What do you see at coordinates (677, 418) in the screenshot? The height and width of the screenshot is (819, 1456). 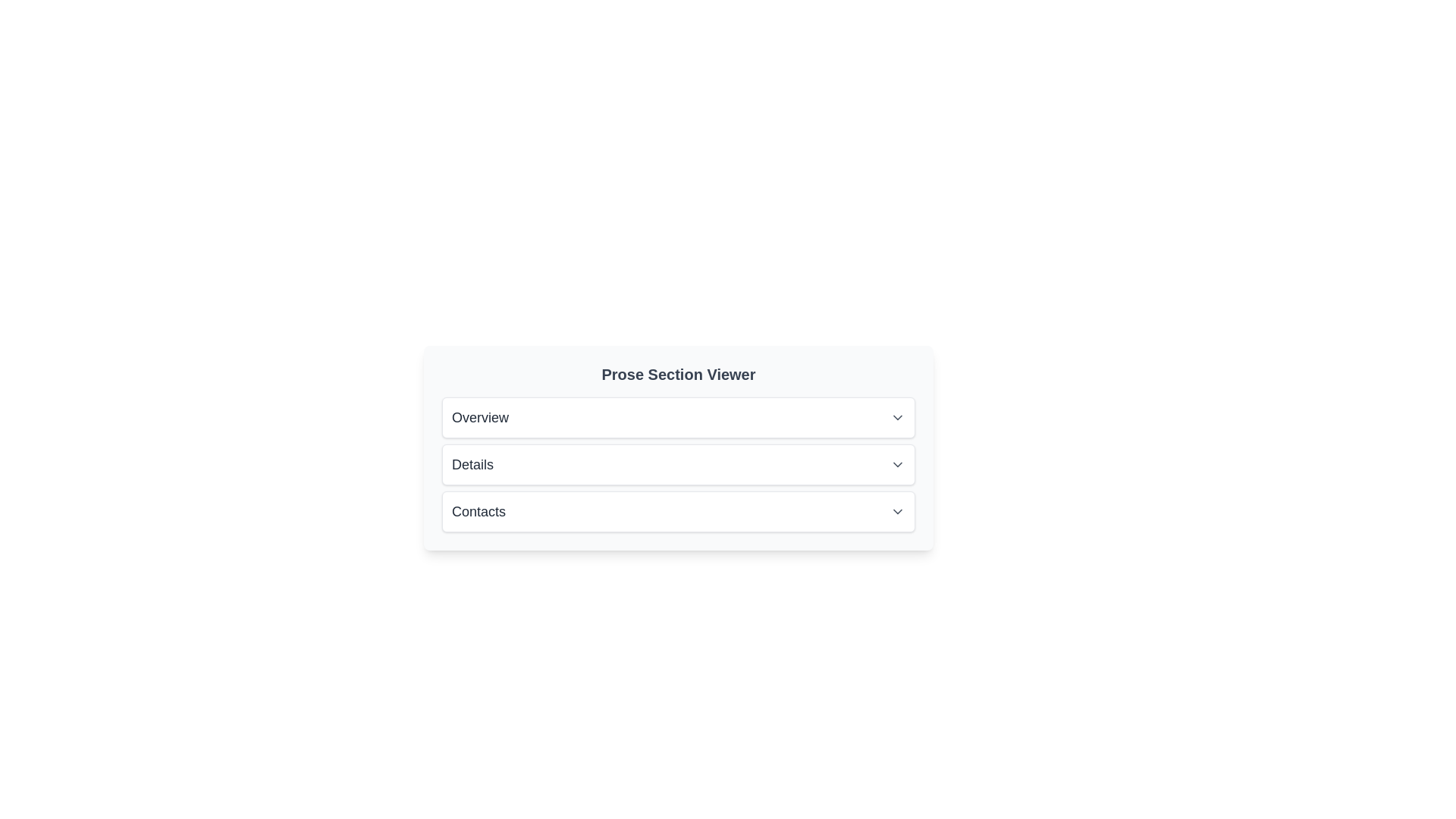 I see `the Dropdown button at the top of the button group labeled 'Overview', 'Details', and 'Contacts'` at bounding box center [677, 418].